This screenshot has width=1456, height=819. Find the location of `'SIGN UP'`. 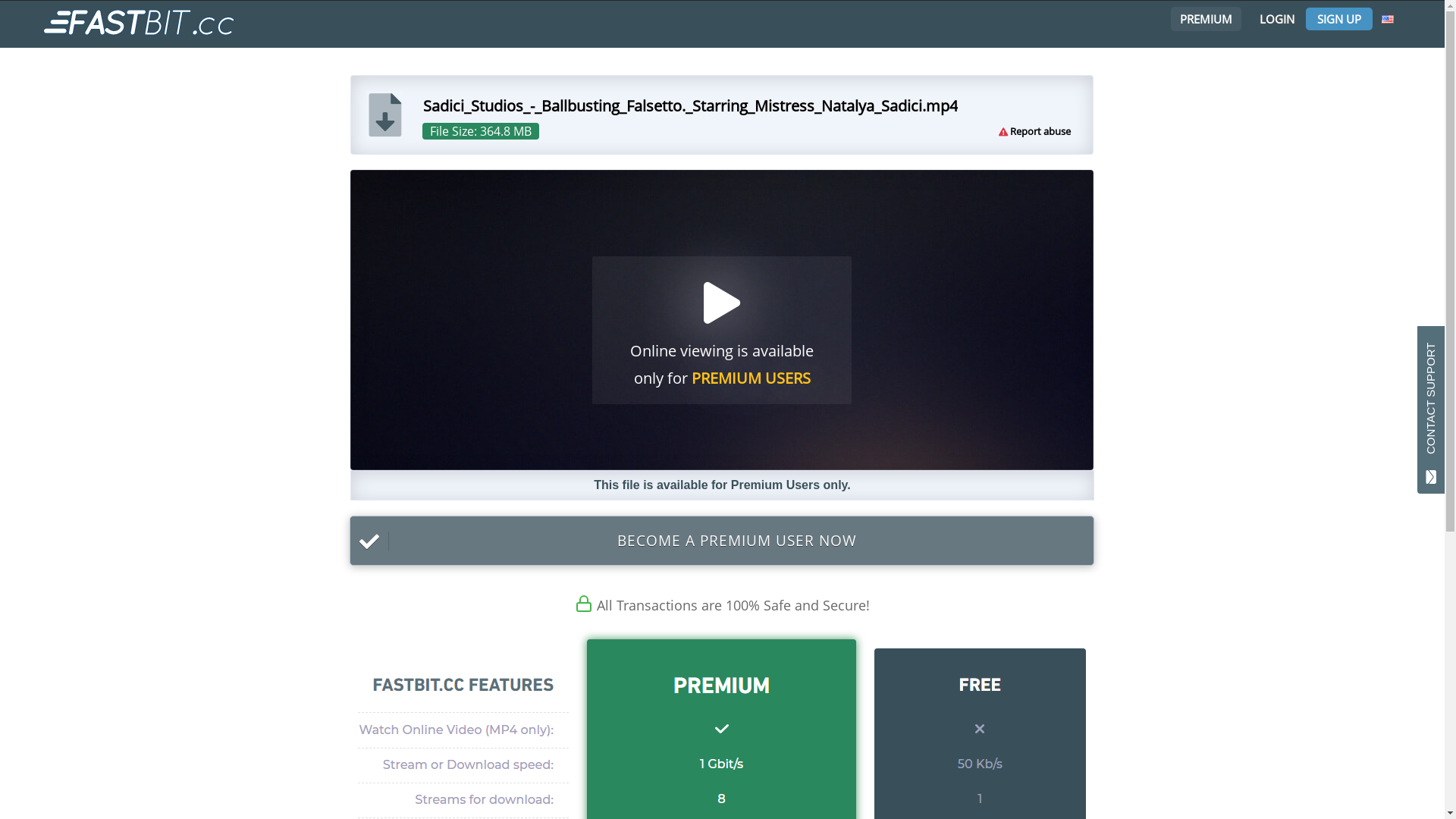

'SIGN UP' is located at coordinates (1339, 18).